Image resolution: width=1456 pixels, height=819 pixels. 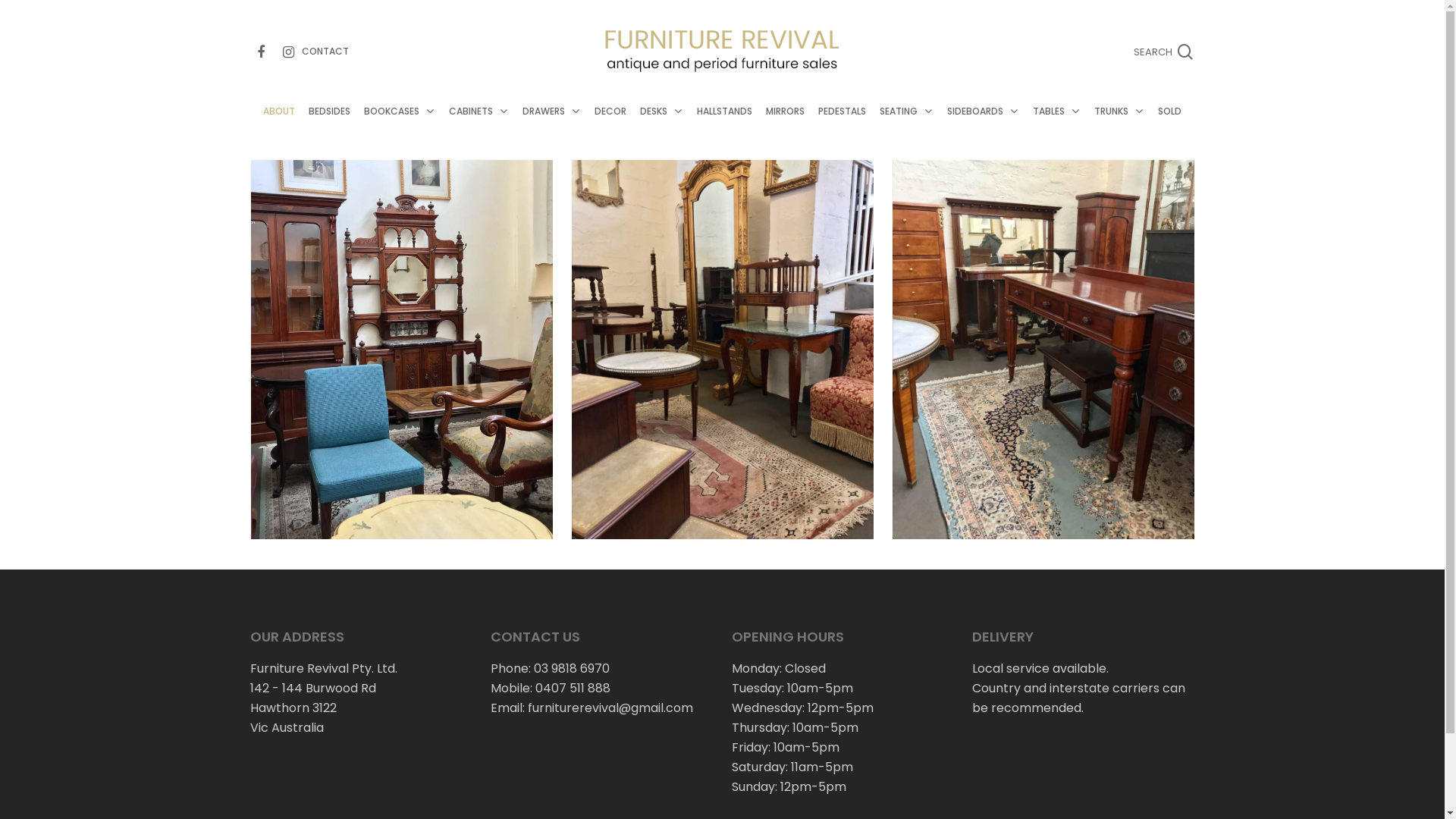 I want to click on 'DECOR', so click(x=586, y=125).